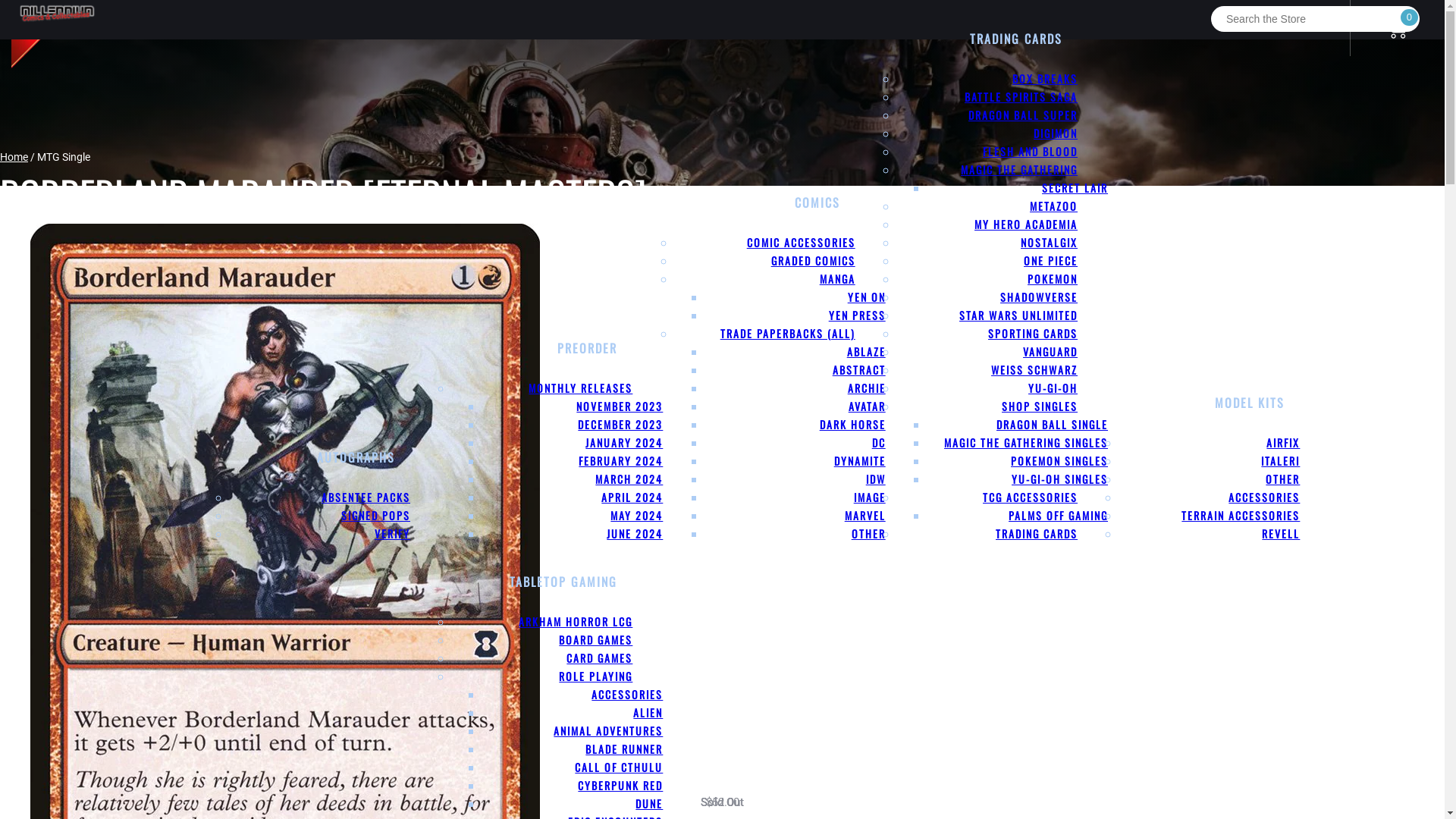 This screenshot has width=1456, height=819. What do you see at coordinates (595, 639) in the screenshot?
I see `'BOARD GAMES'` at bounding box center [595, 639].